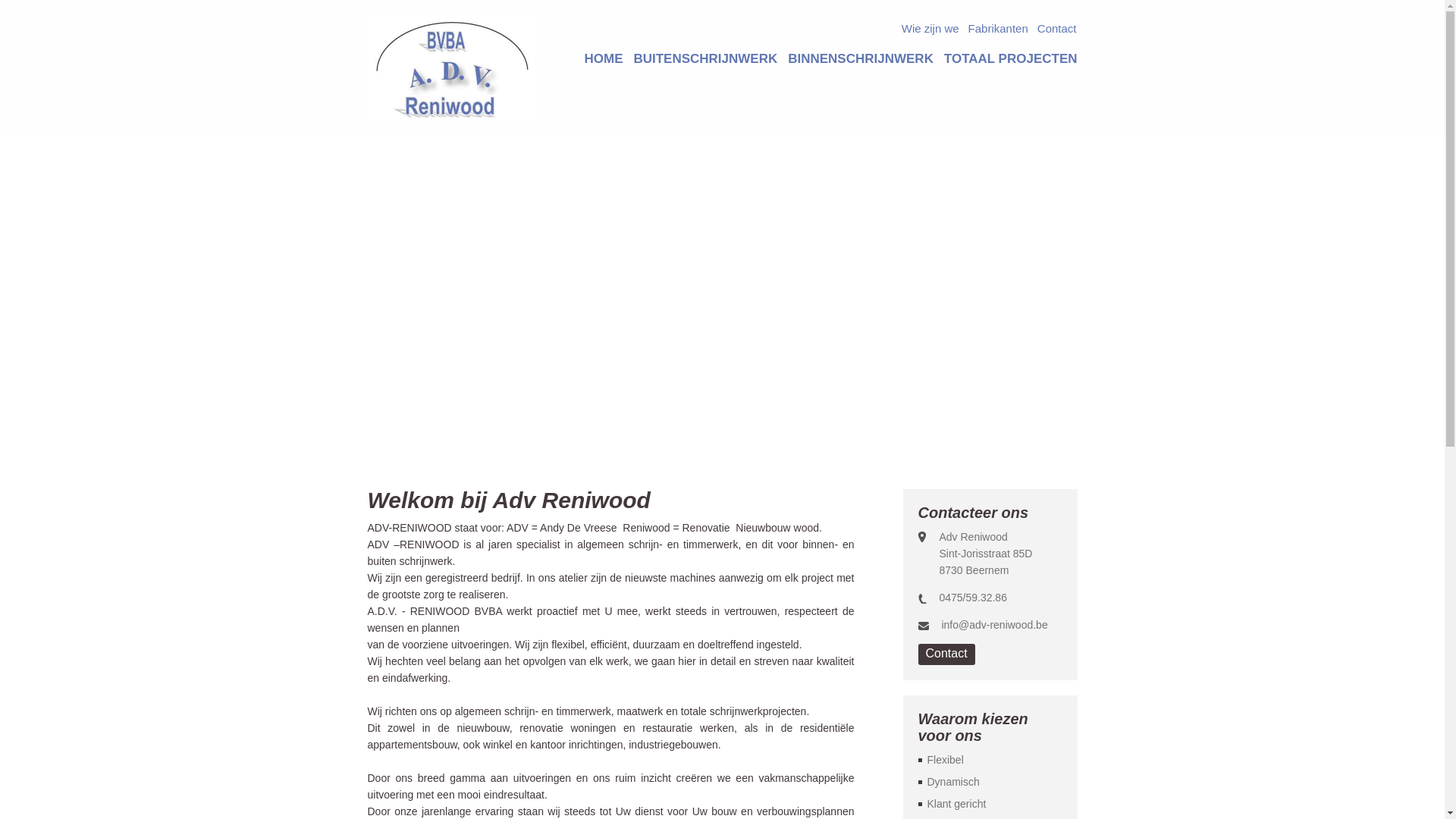 Image resolution: width=1456 pixels, height=819 pixels. I want to click on 'Contact', so click(1056, 30).